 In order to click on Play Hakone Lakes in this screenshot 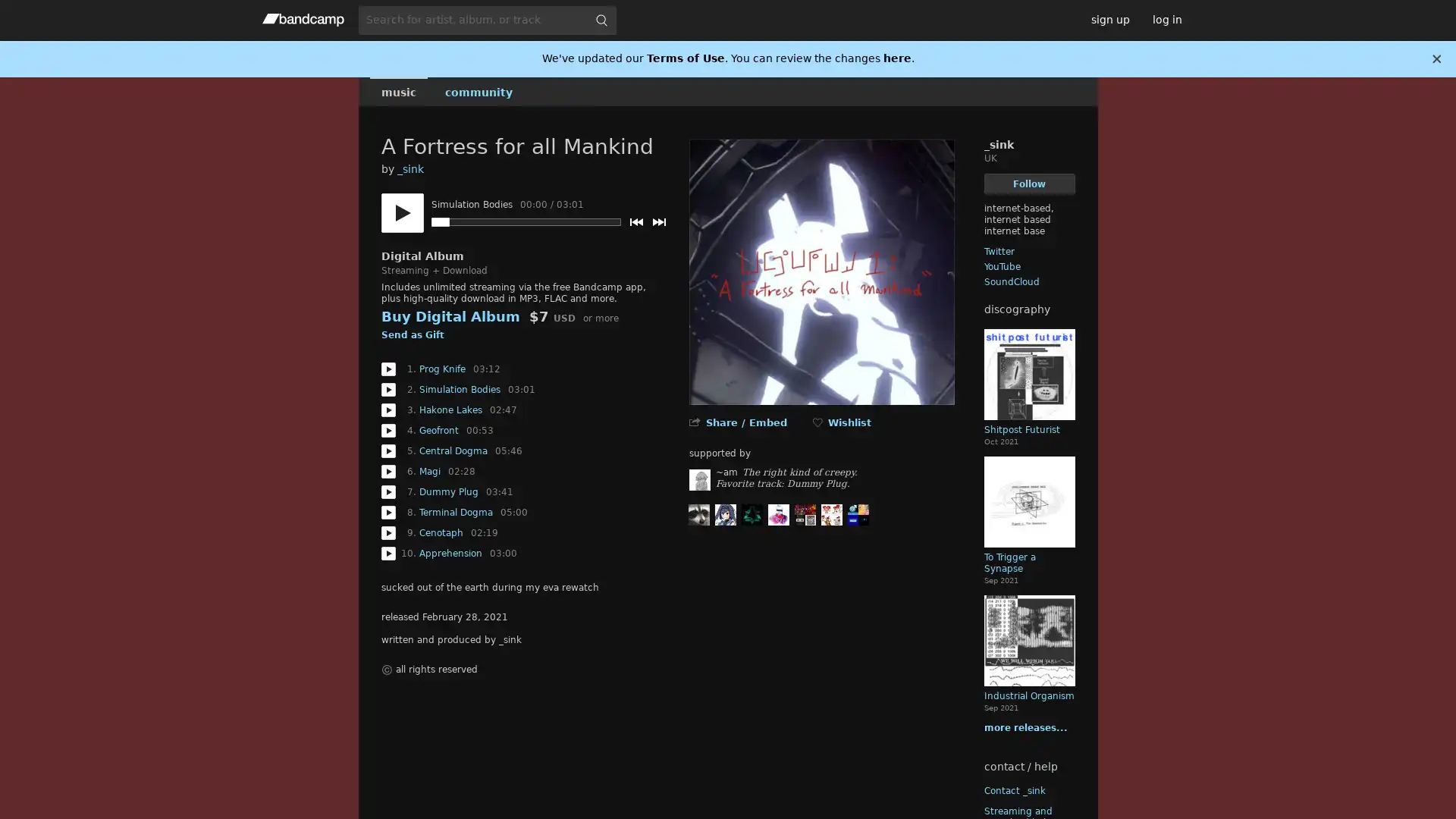, I will do `click(388, 409)`.